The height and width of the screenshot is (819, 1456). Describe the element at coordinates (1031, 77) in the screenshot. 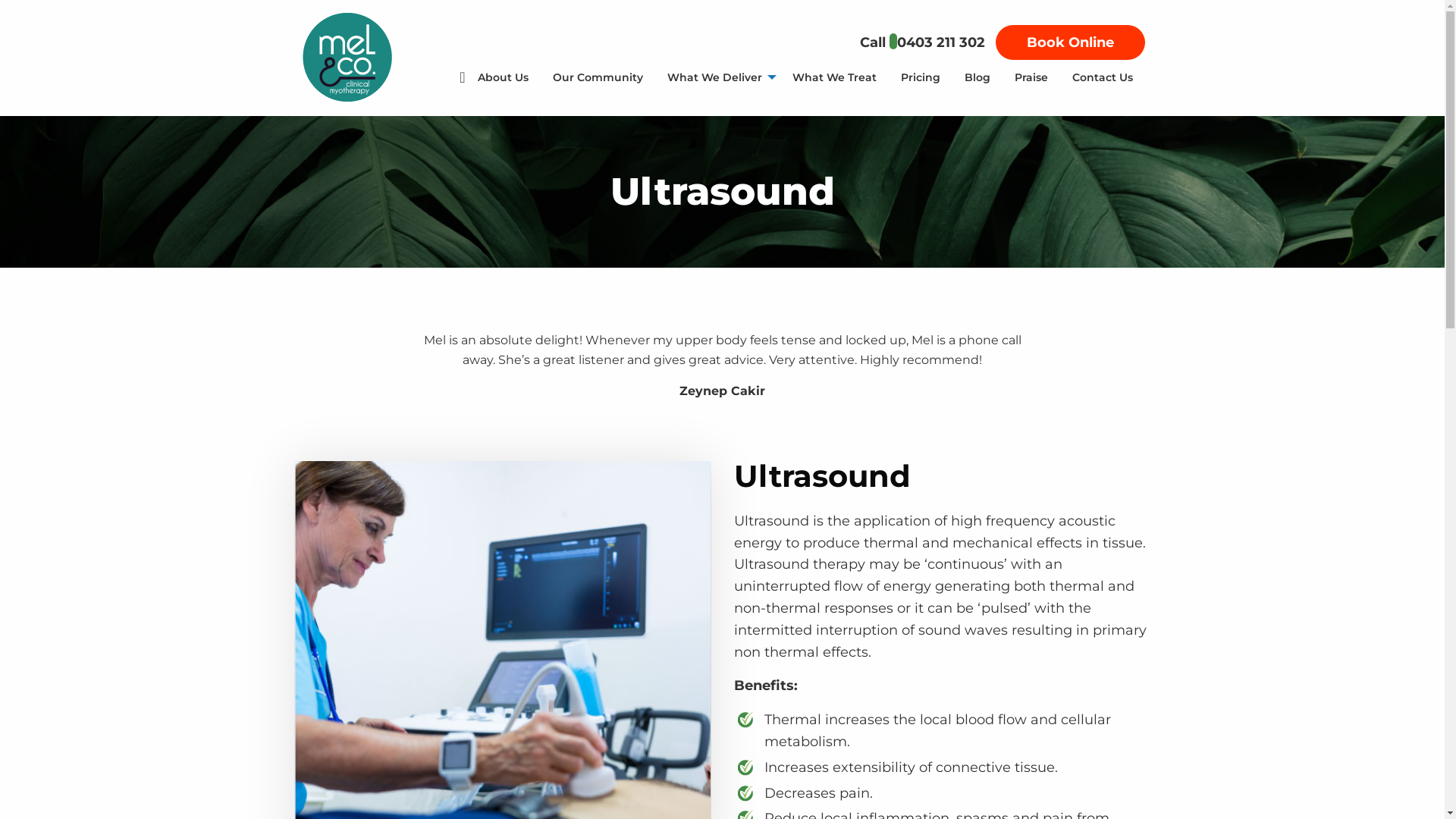

I see `'Praise'` at that location.